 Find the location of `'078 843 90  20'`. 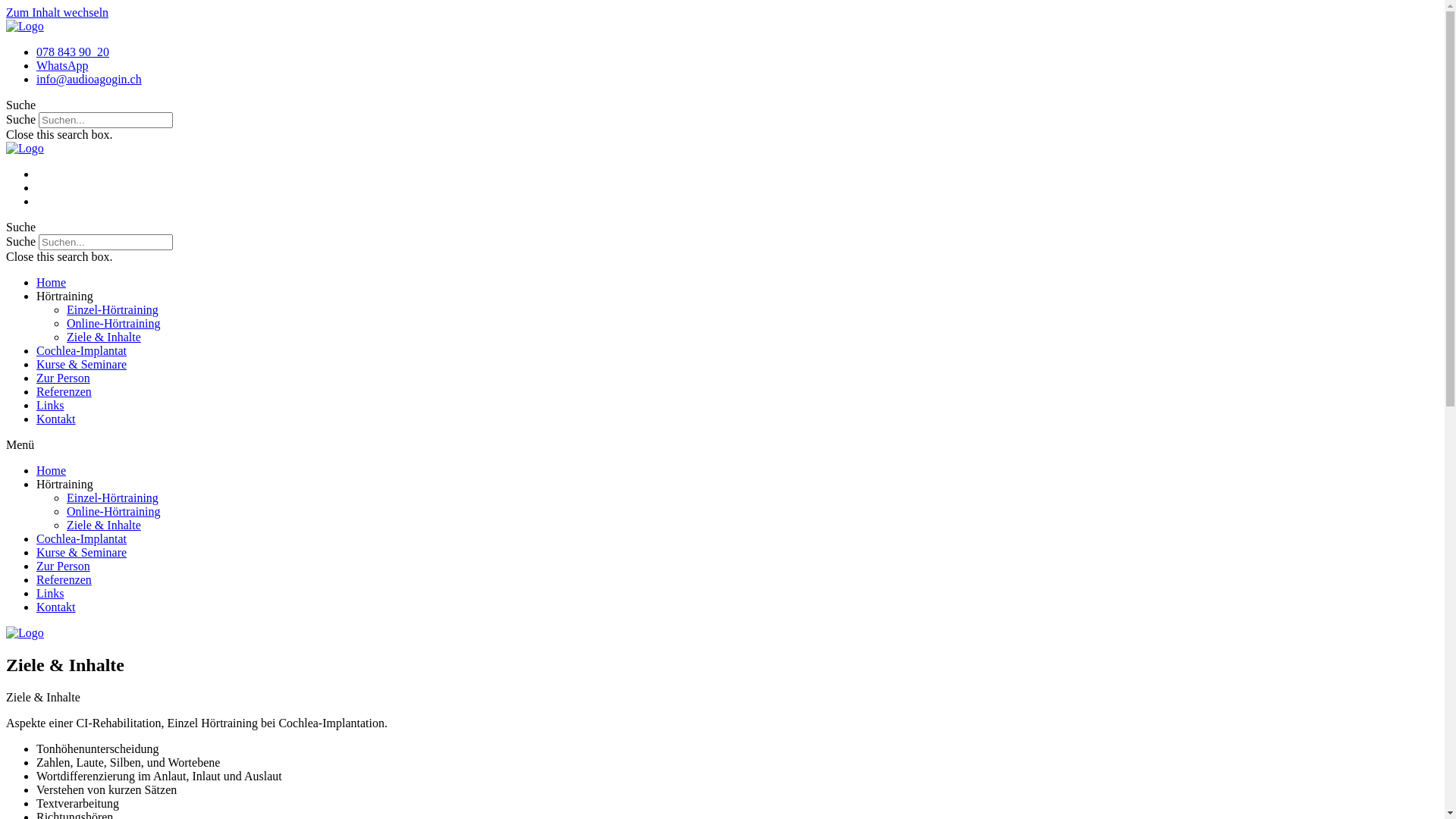

'078 843 90  20' is located at coordinates (72, 51).